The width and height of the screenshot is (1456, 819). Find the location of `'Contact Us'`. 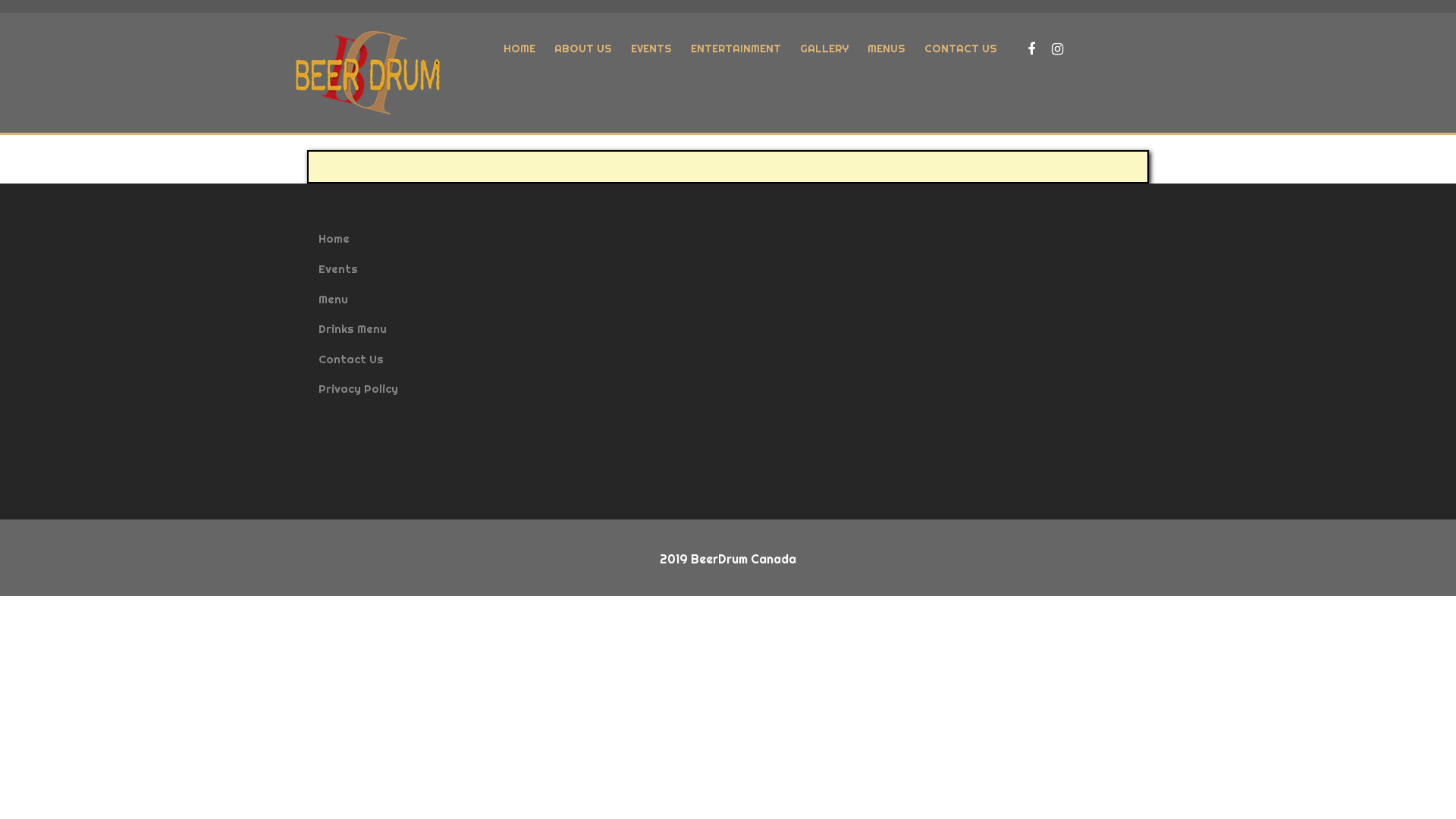

'Contact Us' is located at coordinates (350, 359).